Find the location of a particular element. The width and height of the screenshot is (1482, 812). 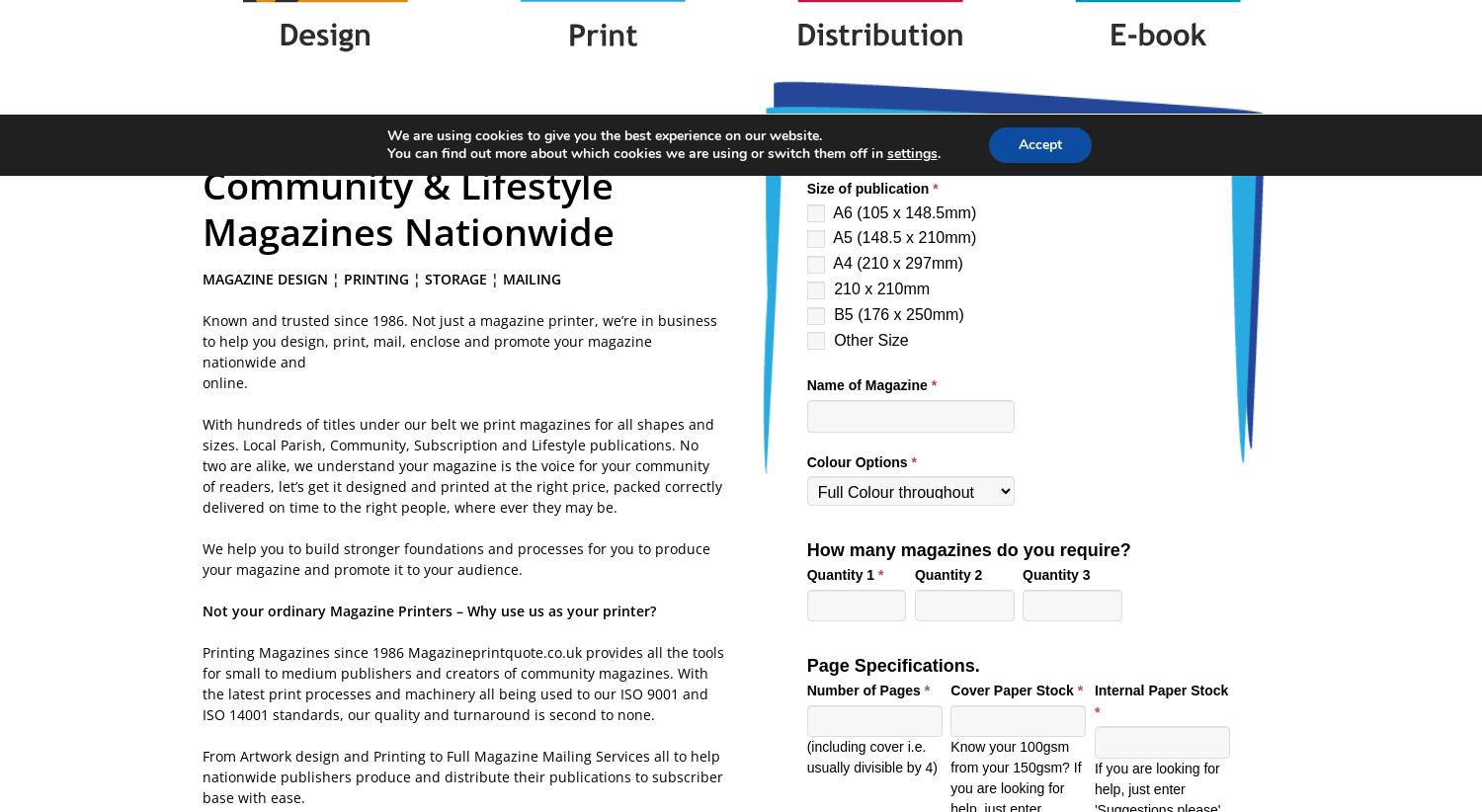

'Cover Paper Stock' is located at coordinates (1014, 688).